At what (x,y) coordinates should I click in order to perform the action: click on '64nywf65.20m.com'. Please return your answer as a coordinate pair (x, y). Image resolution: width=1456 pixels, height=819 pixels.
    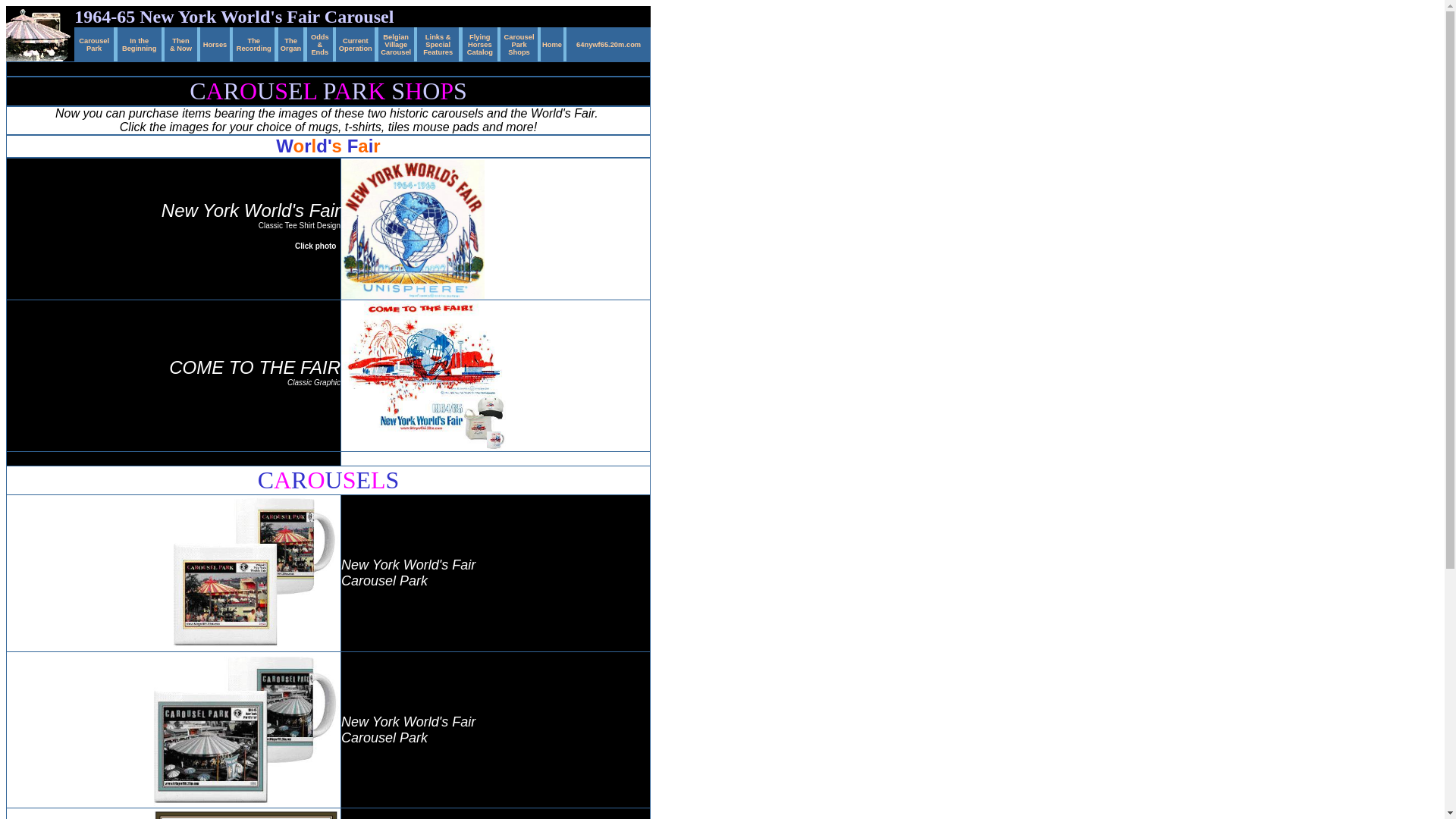
    Looking at the image, I should click on (608, 42).